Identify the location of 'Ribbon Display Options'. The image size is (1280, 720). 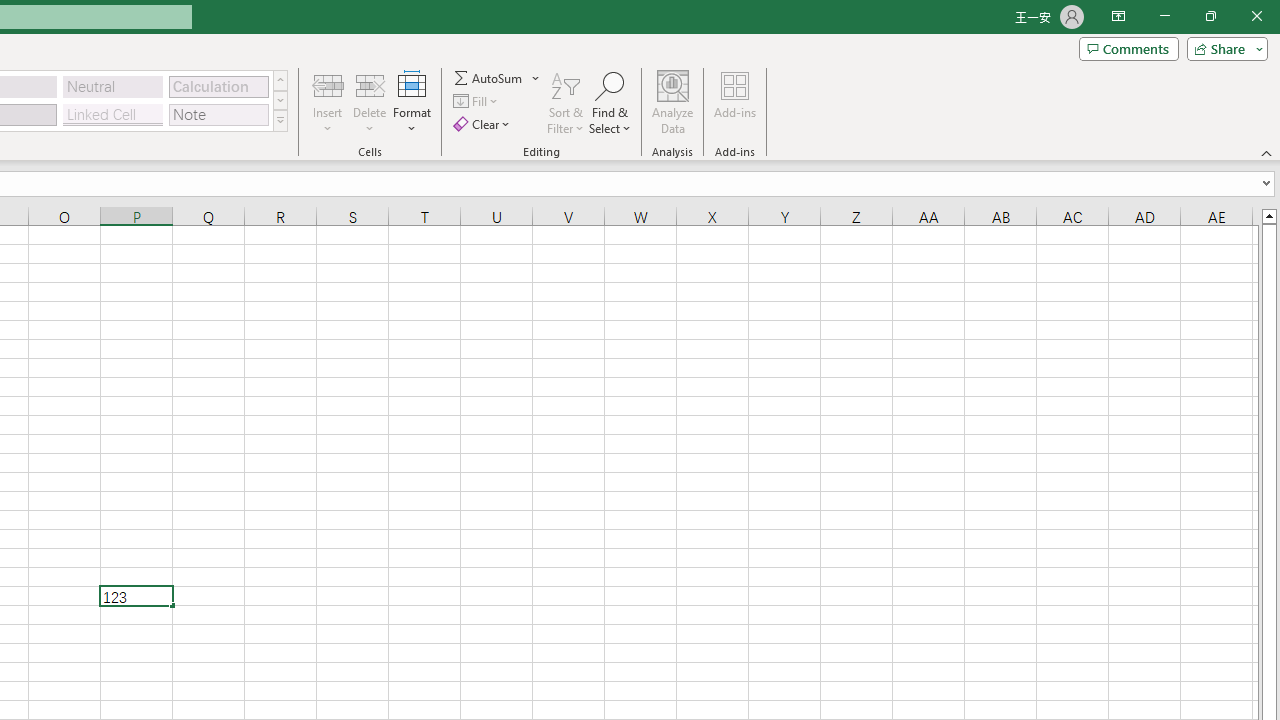
(1117, 16).